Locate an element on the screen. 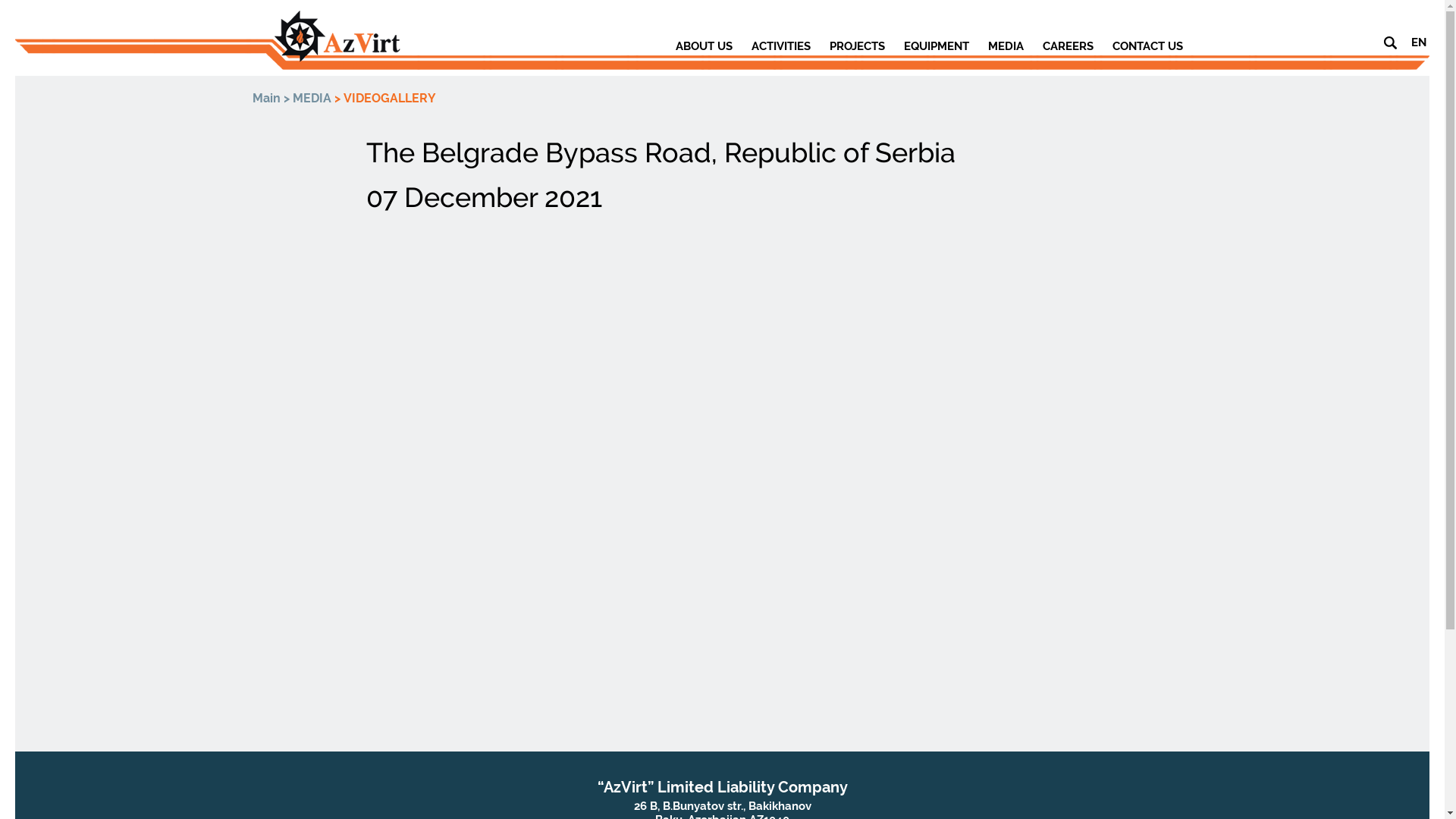 The height and width of the screenshot is (819, 1456). 'EQUIPMENT' is located at coordinates (935, 45).